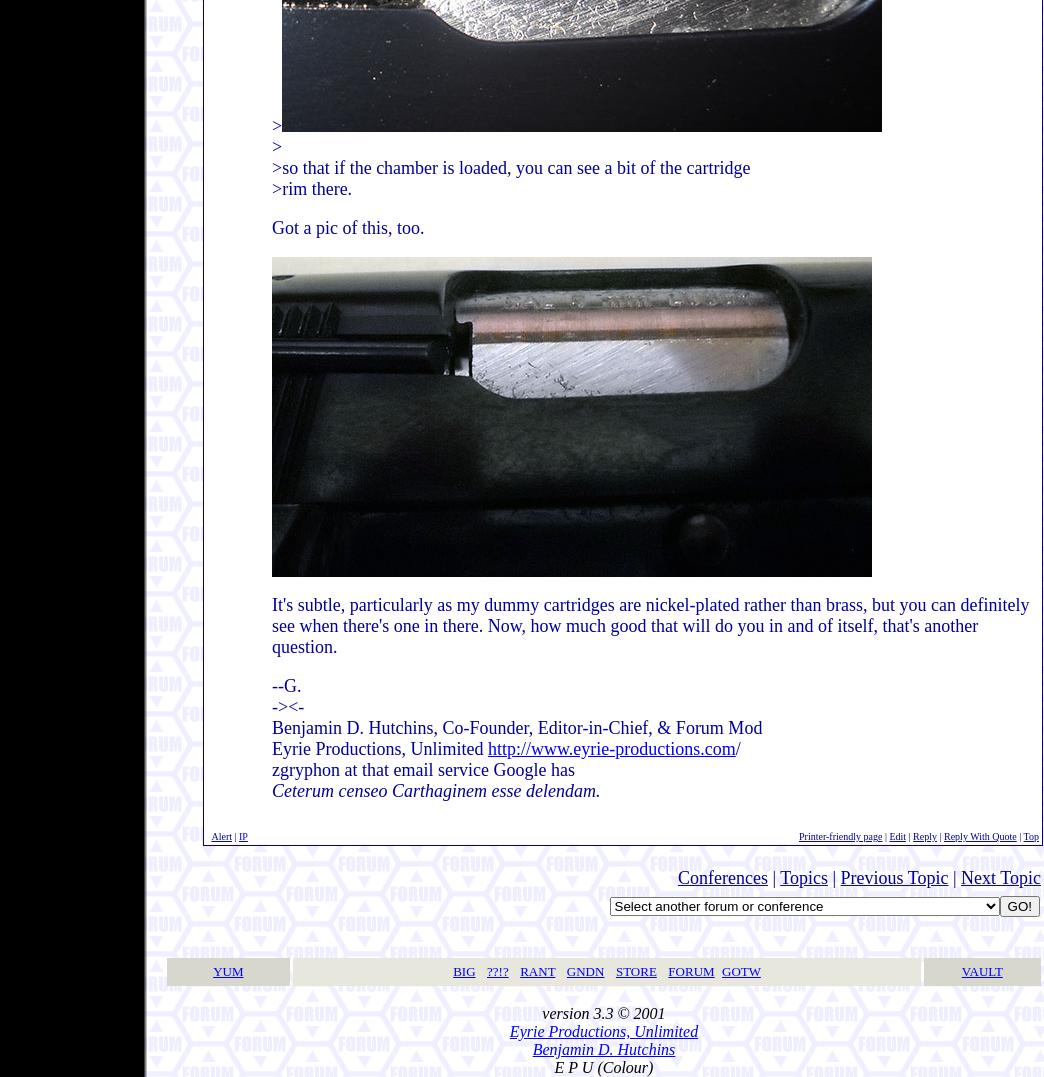 This screenshot has width=1044, height=1077. Describe the element at coordinates (287, 707) in the screenshot. I see `'-><-'` at that location.